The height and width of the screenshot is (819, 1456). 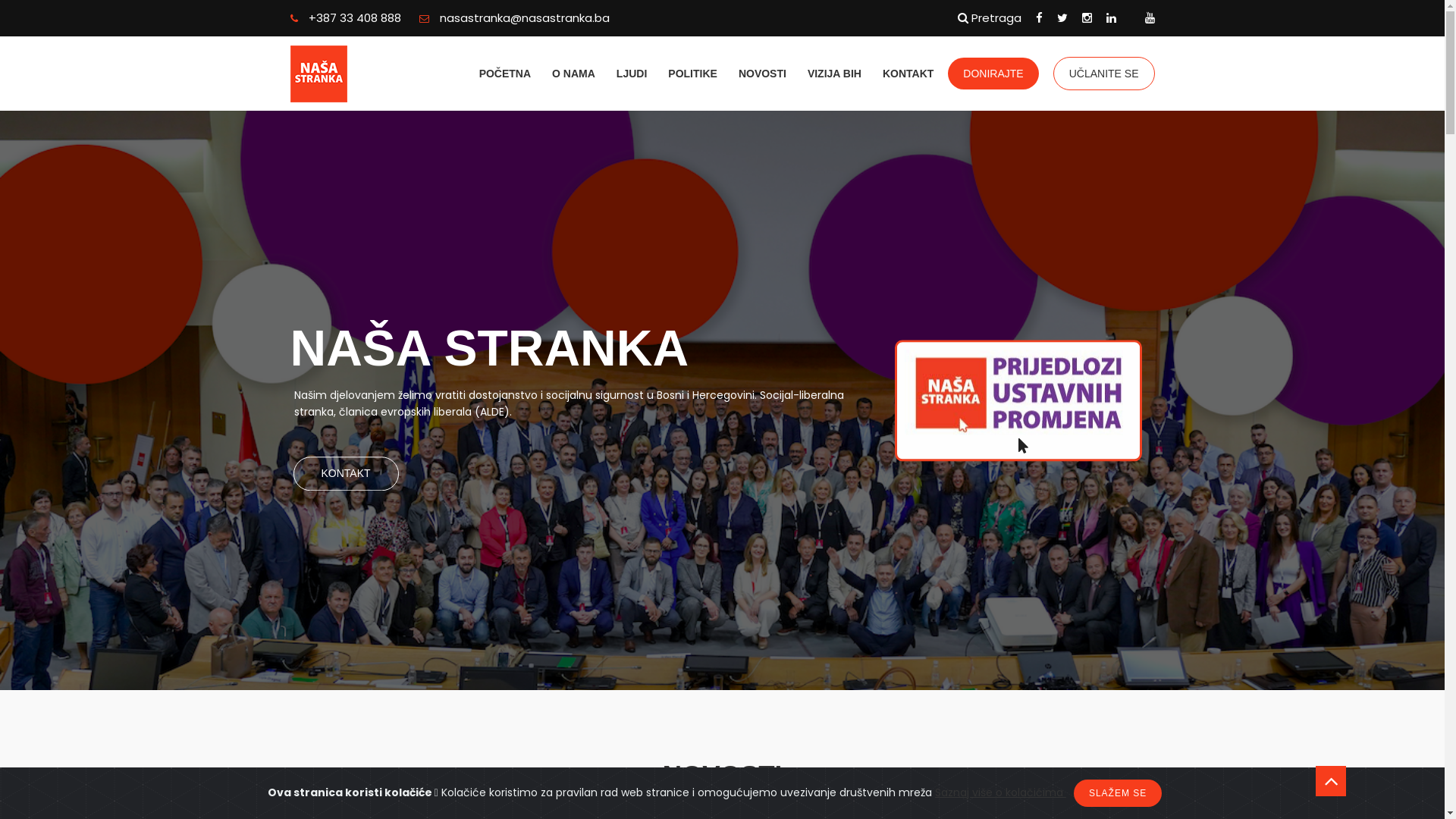 I want to click on 'Twitter', so click(x=1062, y=17).